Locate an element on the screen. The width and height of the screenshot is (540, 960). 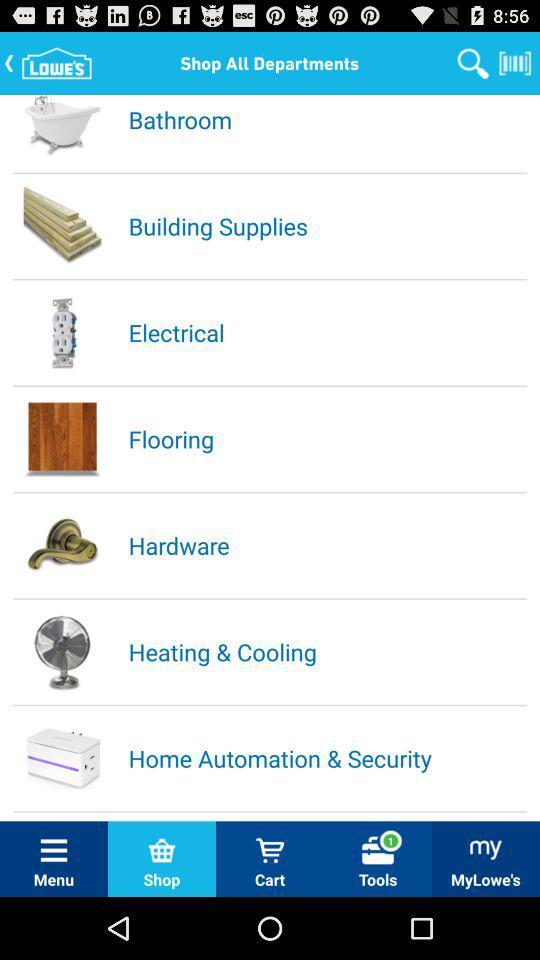
app below the heating & cooling app is located at coordinates (326, 757).